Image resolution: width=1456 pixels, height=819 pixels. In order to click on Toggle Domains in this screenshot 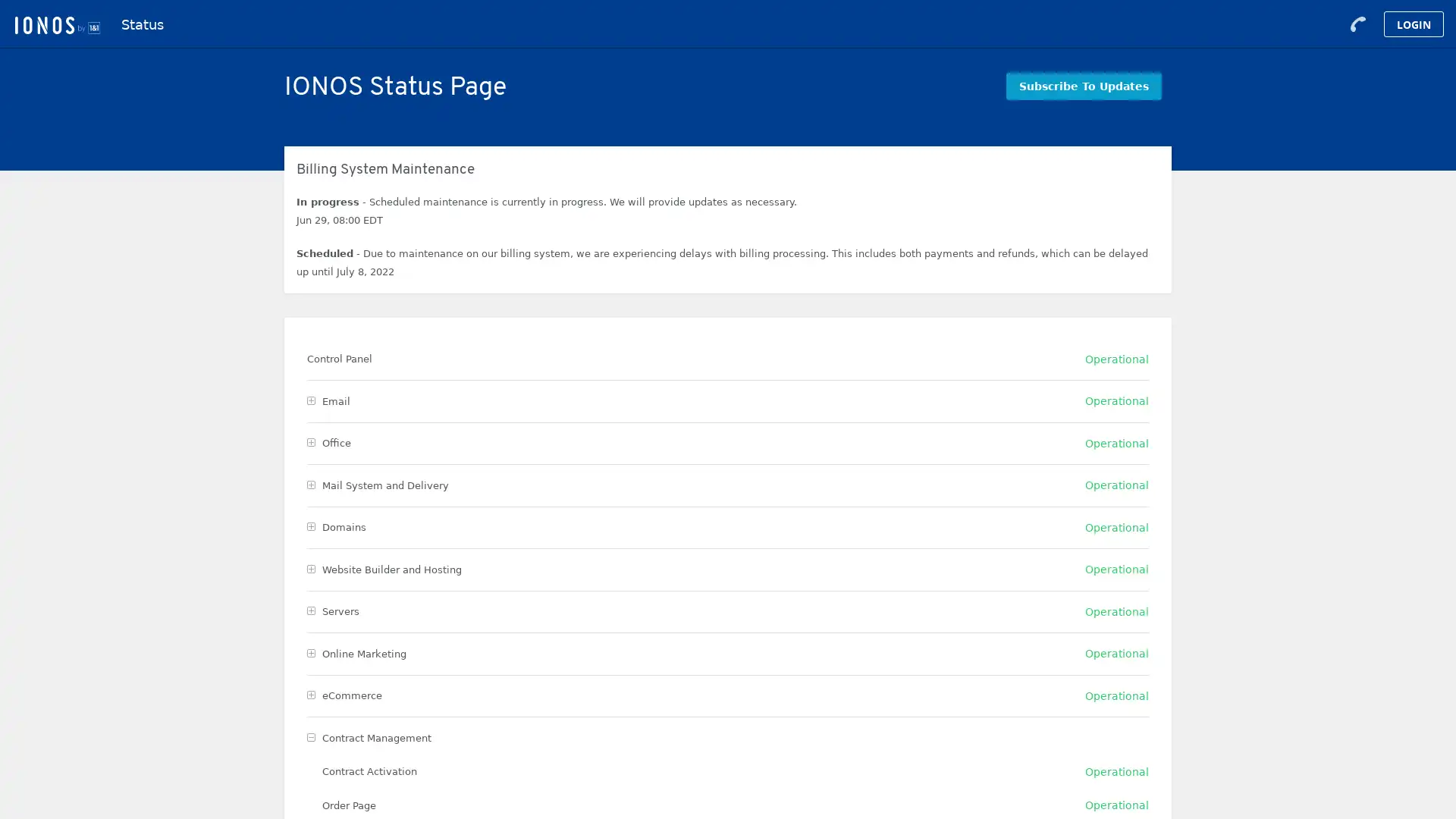, I will do `click(310, 526)`.